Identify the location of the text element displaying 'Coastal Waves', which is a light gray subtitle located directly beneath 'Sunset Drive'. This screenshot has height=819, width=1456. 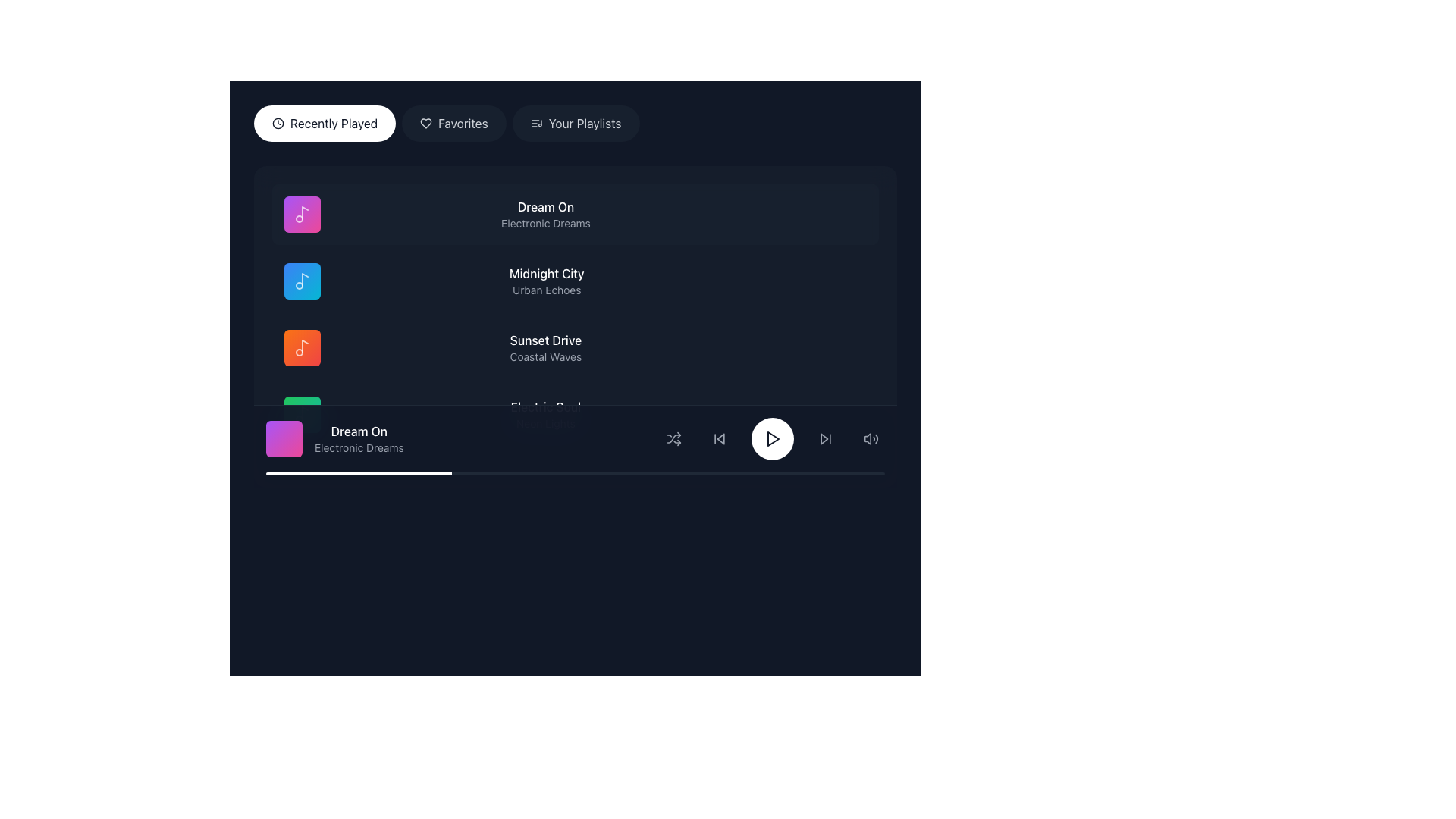
(546, 356).